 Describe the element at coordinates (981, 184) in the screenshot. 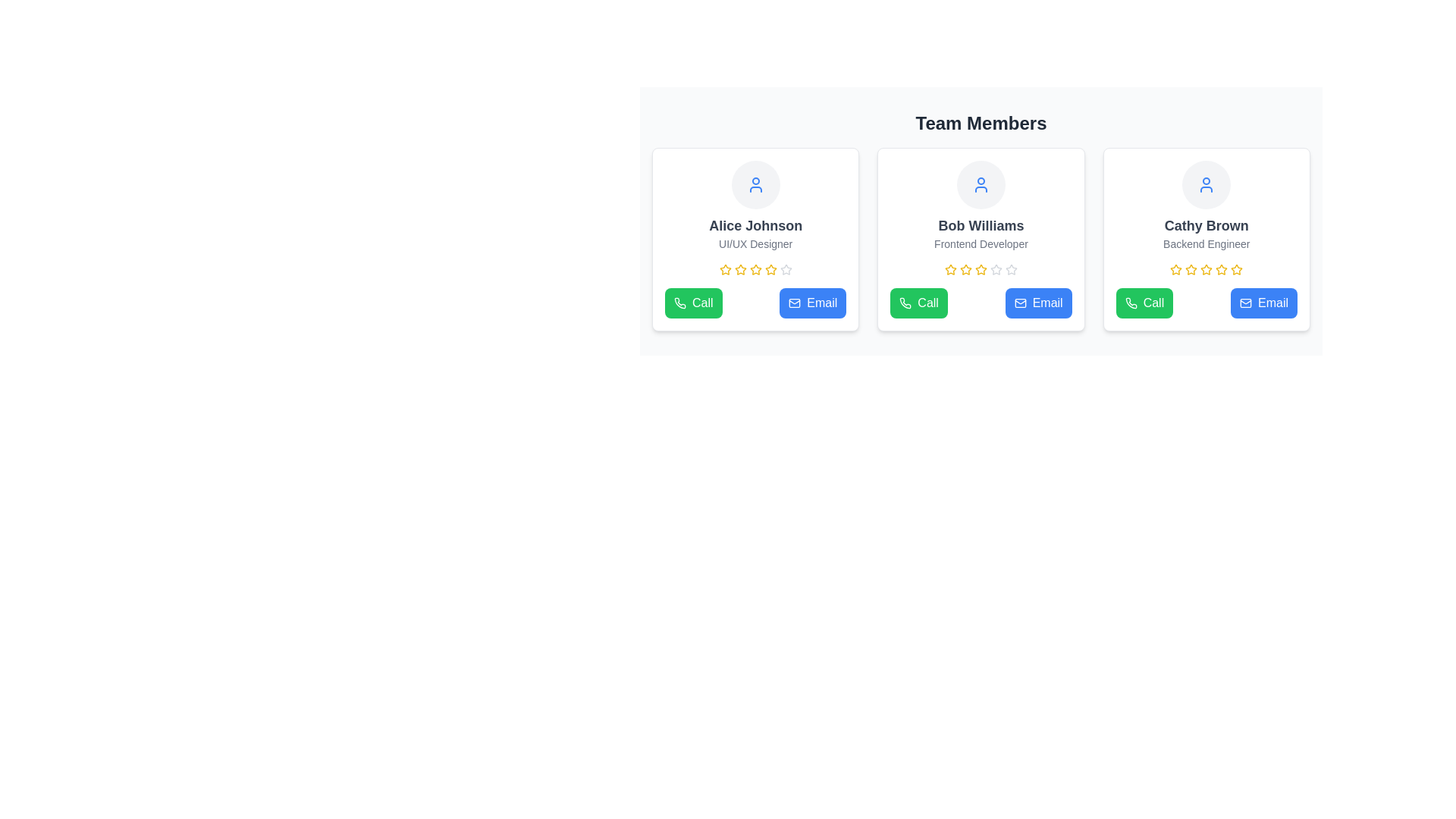

I see `the user profile image icon located in the middle card above the name 'Bob Williams', which is centered within a circular light gray area` at that location.